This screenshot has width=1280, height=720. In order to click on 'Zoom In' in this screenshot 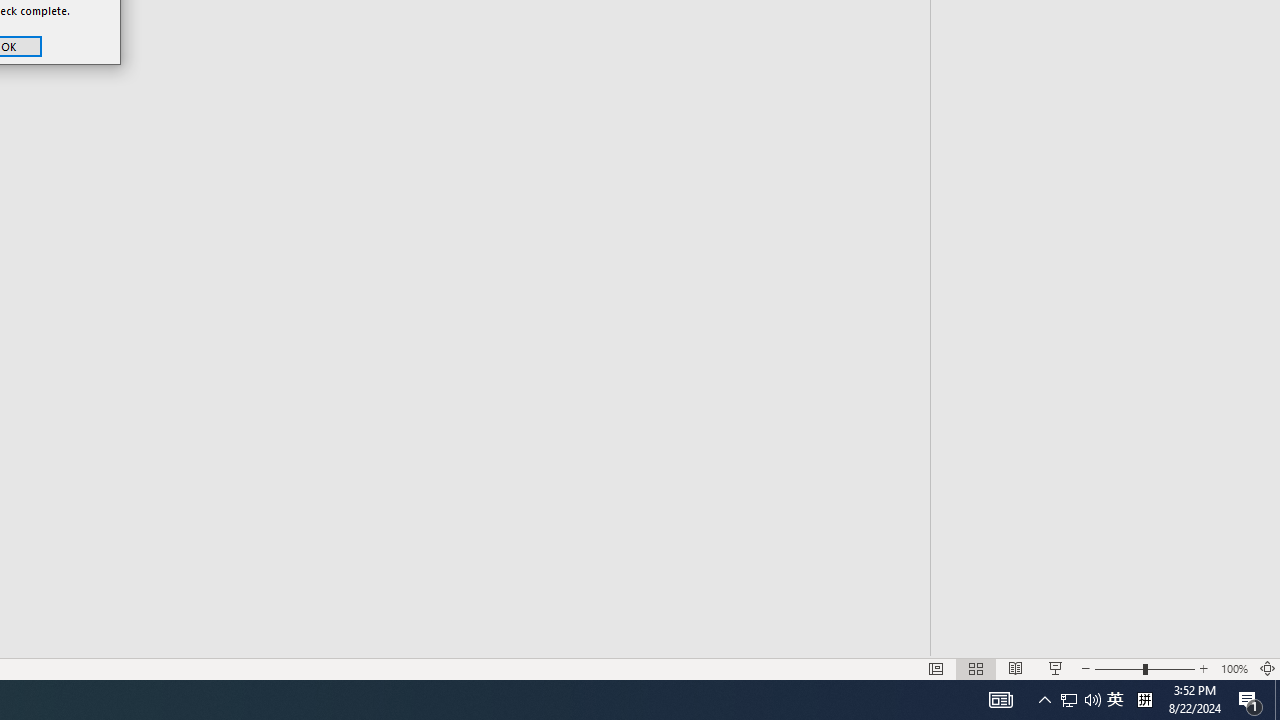, I will do `click(1204, 640)`.